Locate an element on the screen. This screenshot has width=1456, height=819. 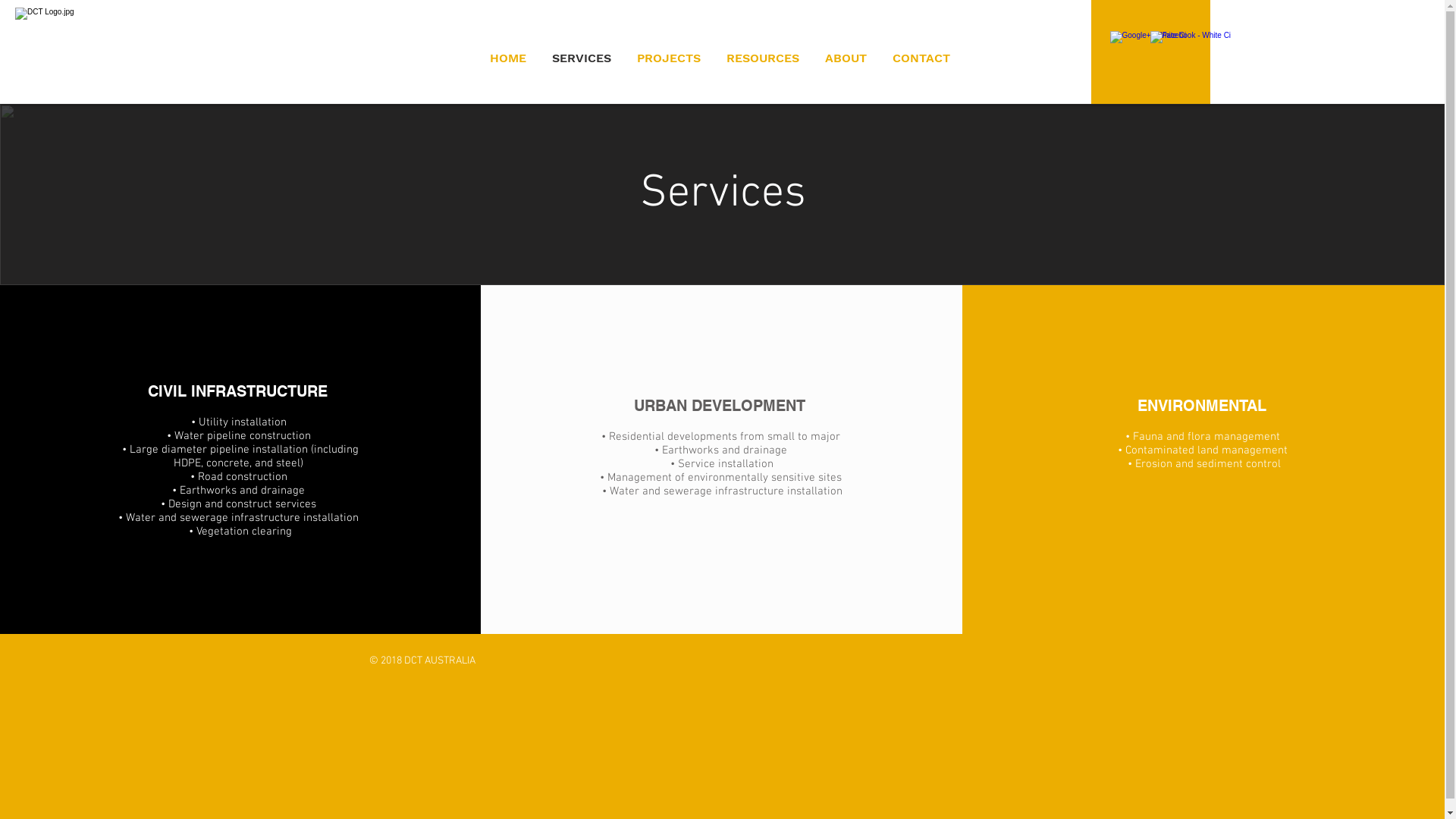
'RESOURCES' is located at coordinates (712, 57).